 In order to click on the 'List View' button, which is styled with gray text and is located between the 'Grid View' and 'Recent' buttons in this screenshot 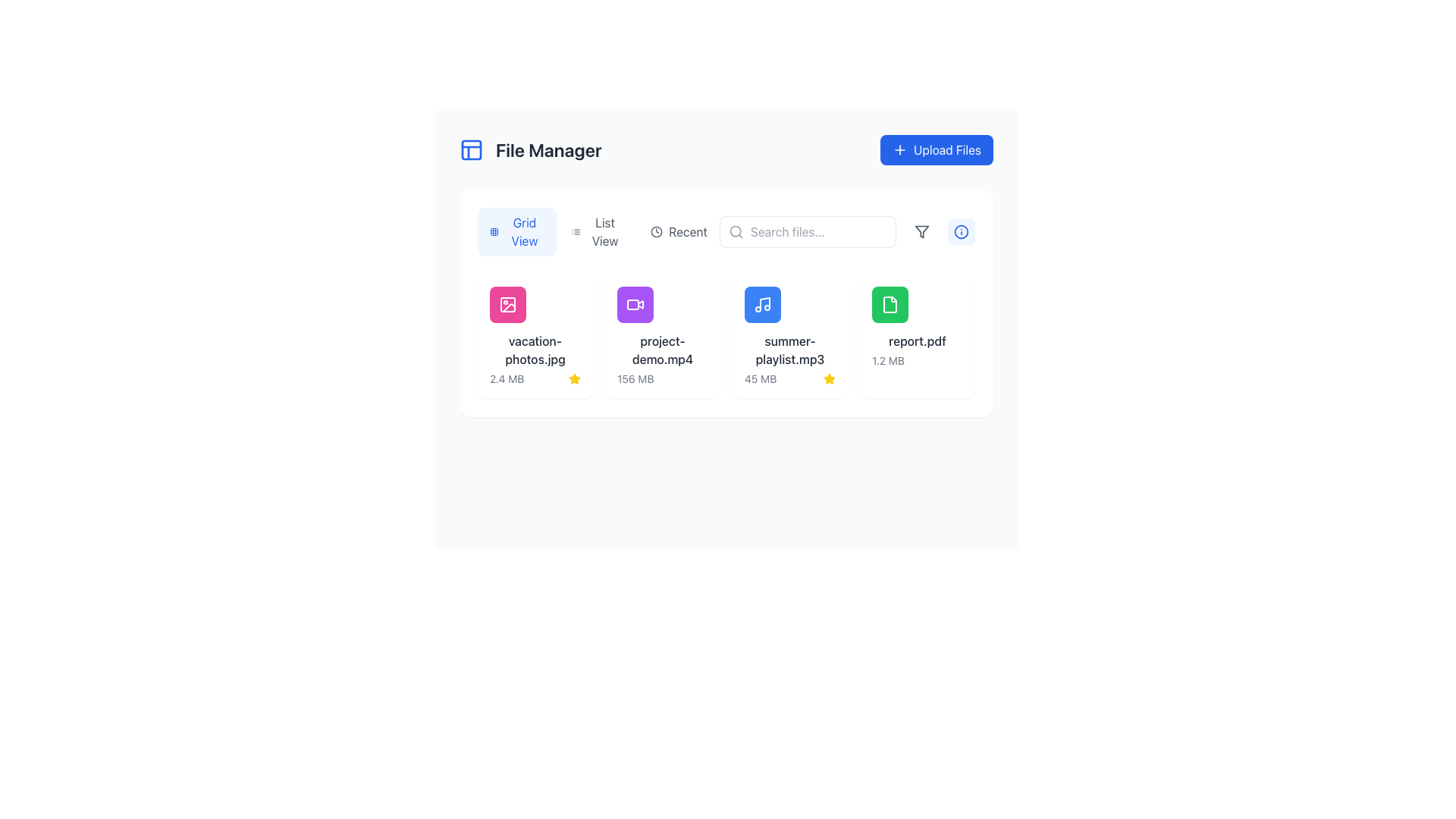, I will do `click(598, 231)`.